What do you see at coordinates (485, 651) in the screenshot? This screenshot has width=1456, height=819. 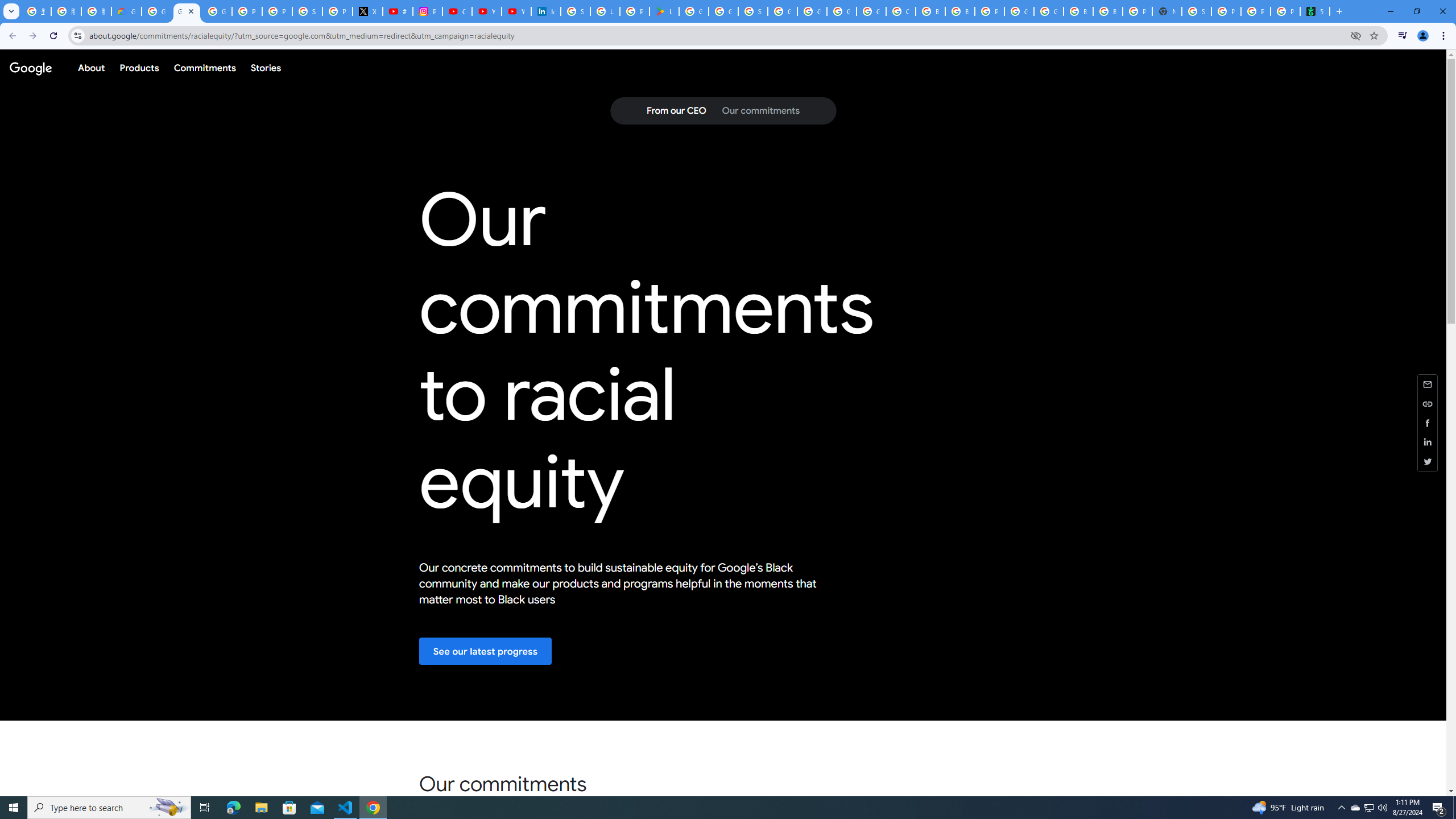 I see `'See our latest progress'` at bounding box center [485, 651].